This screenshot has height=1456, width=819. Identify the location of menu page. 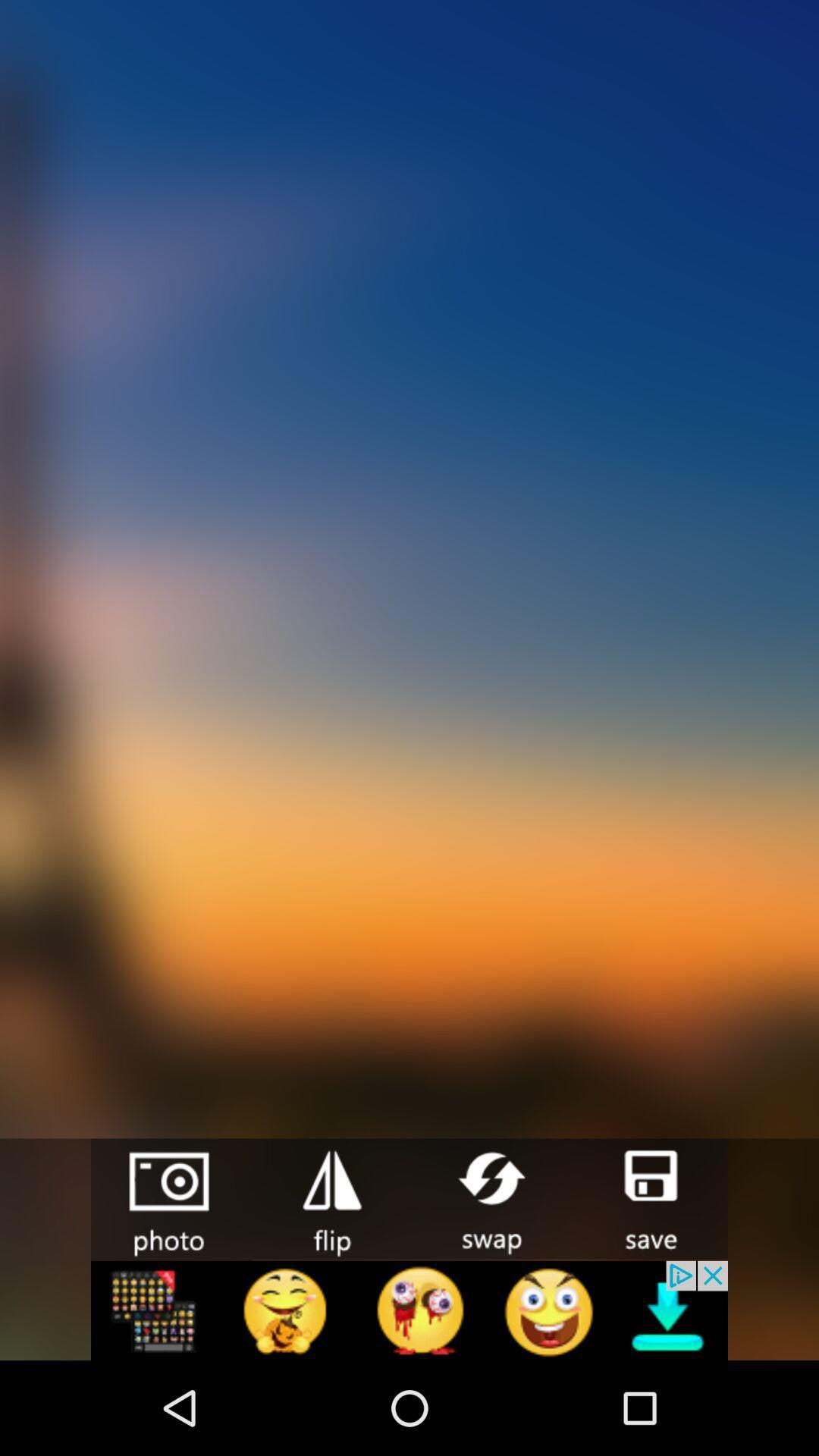
(409, 1310).